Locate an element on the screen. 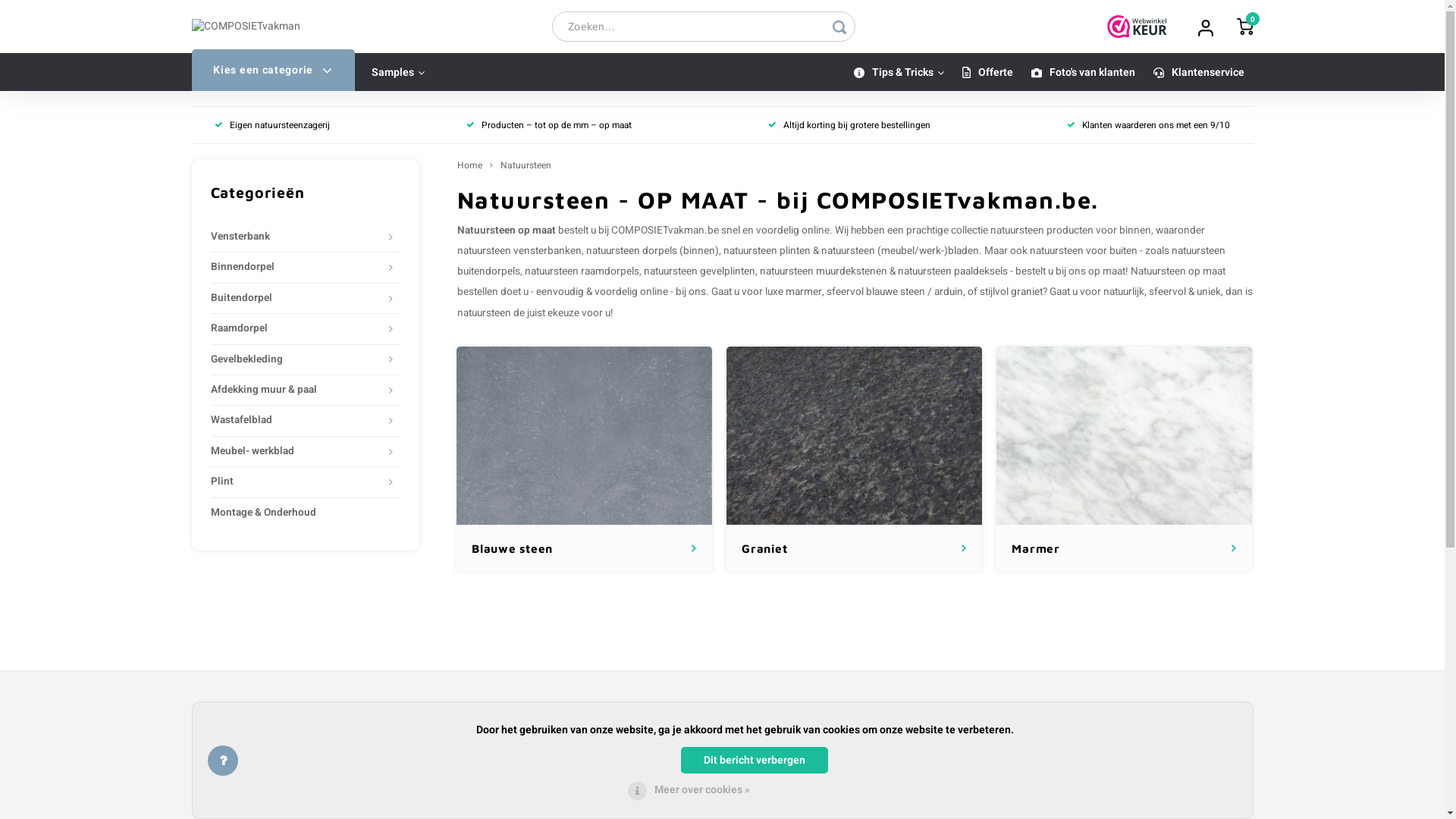 The height and width of the screenshot is (819, 1456). 'Kies een categorie' is located at coordinates (272, 70).